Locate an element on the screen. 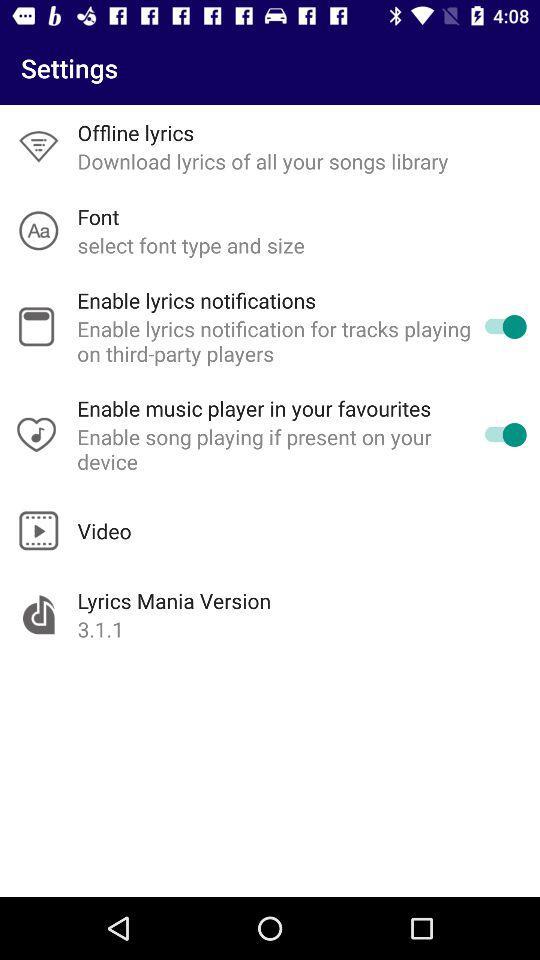 The height and width of the screenshot is (960, 540). app below offline lyrics is located at coordinates (263, 160).